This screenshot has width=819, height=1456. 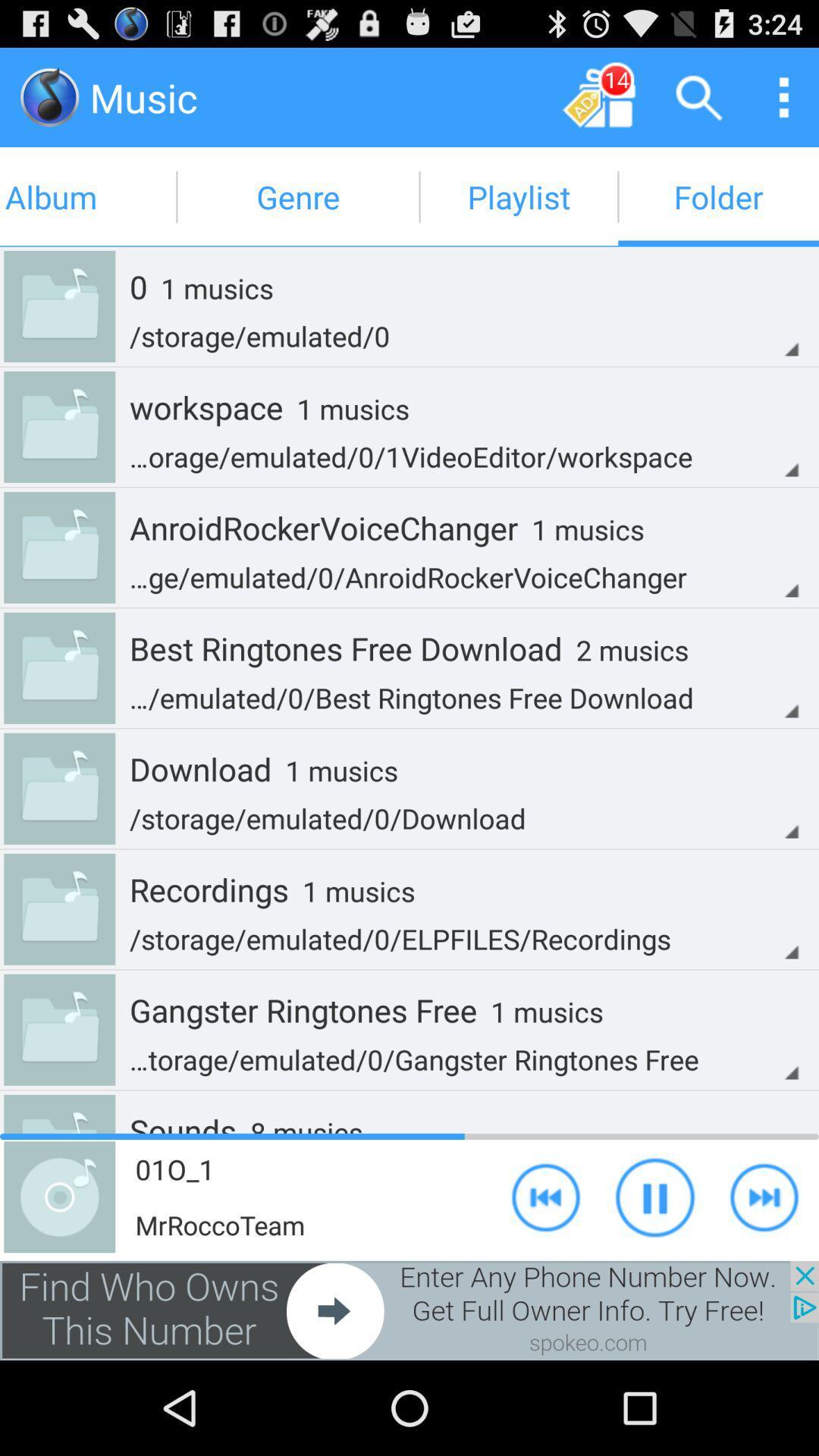 What do you see at coordinates (654, 1196) in the screenshot?
I see `pause audio` at bounding box center [654, 1196].